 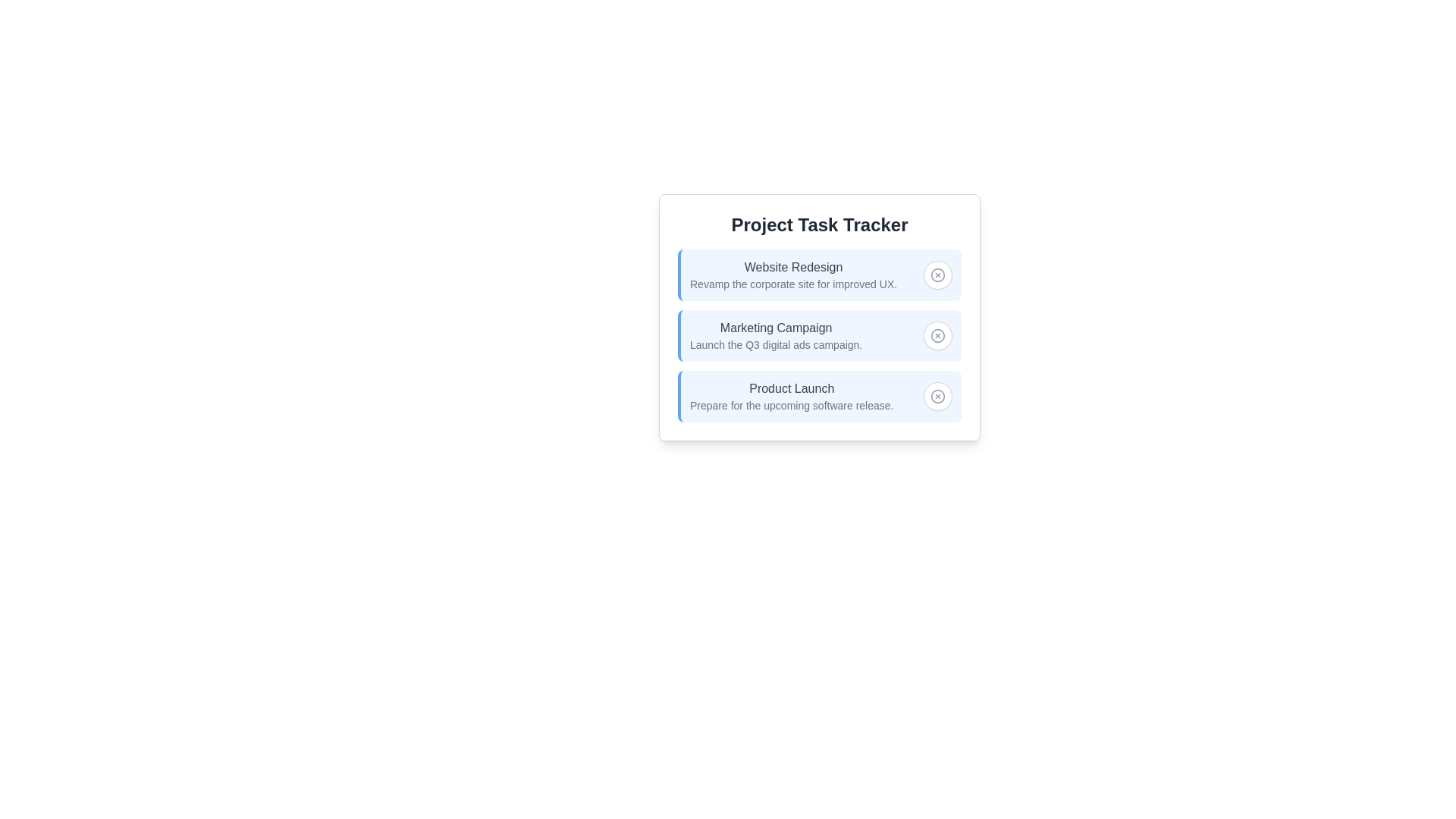 What do you see at coordinates (937, 275) in the screenshot?
I see `toggle button for the project named Website Redesign` at bounding box center [937, 275].